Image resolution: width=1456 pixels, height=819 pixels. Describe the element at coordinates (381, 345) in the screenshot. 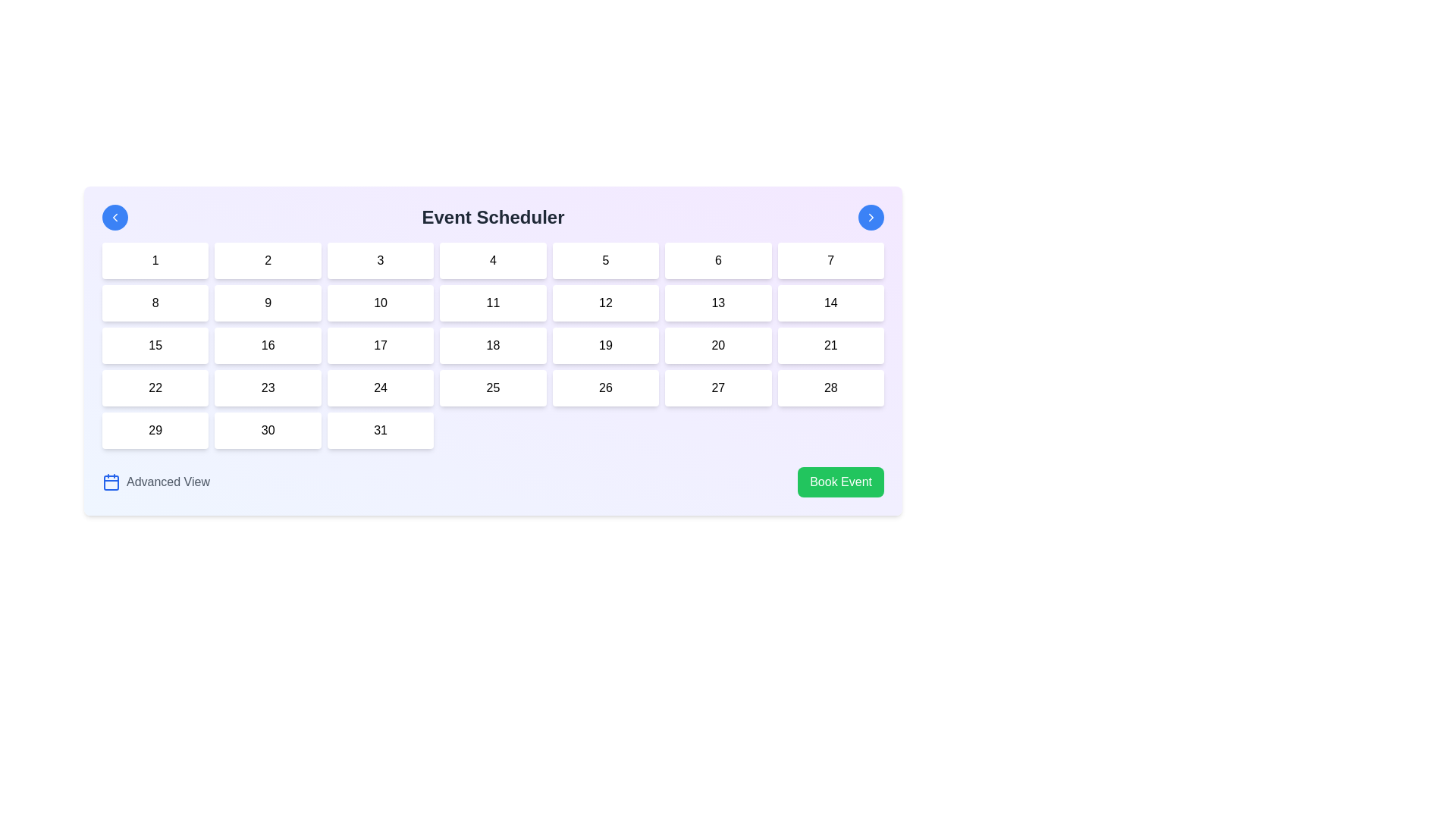

I see `the button with the number '17' centered inside, which has a white background and a rounded border` at that location.